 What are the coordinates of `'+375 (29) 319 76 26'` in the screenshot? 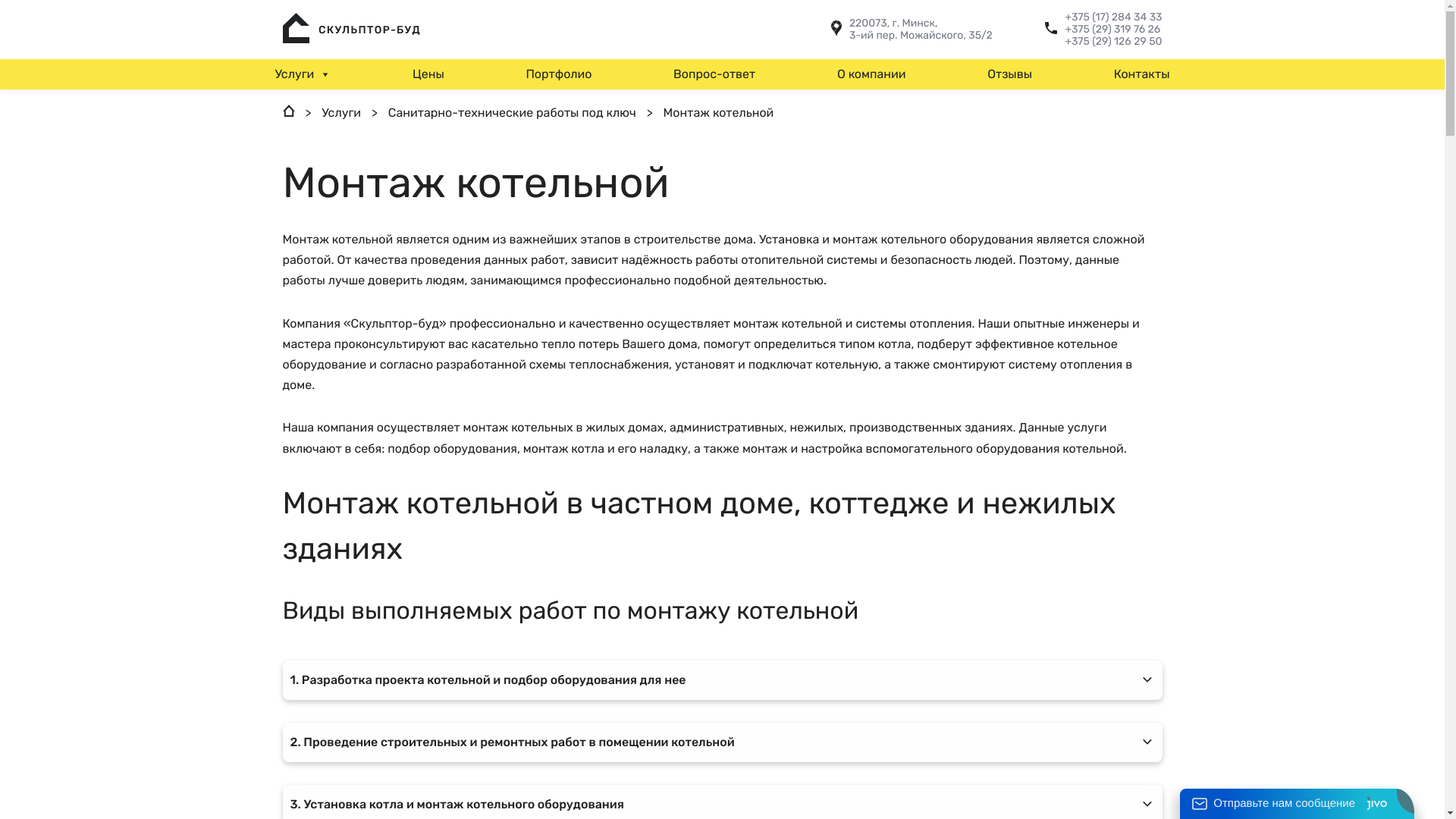 It's located at (1113, 29).